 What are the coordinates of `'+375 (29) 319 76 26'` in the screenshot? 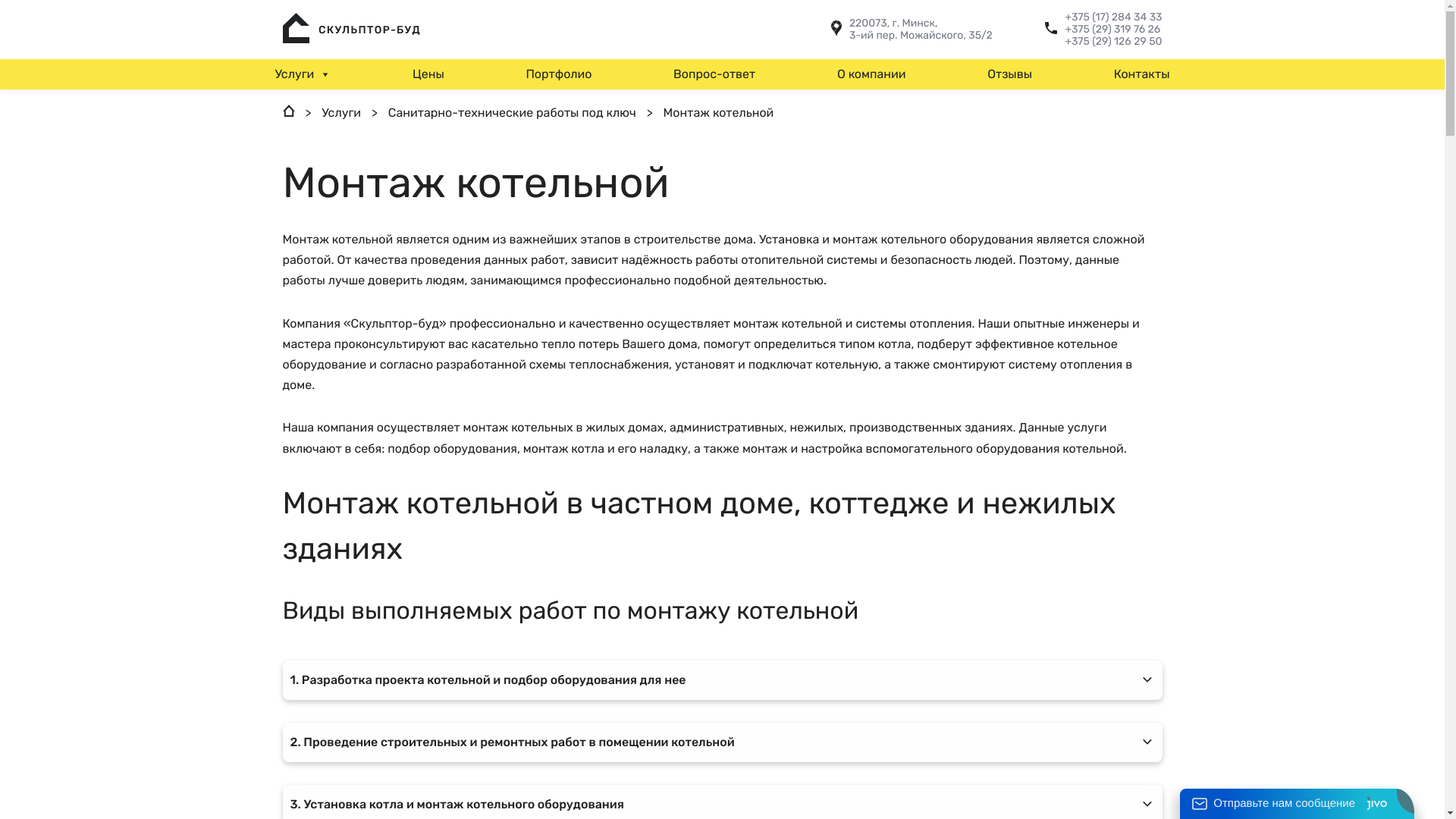 It's located at (1113, 29).